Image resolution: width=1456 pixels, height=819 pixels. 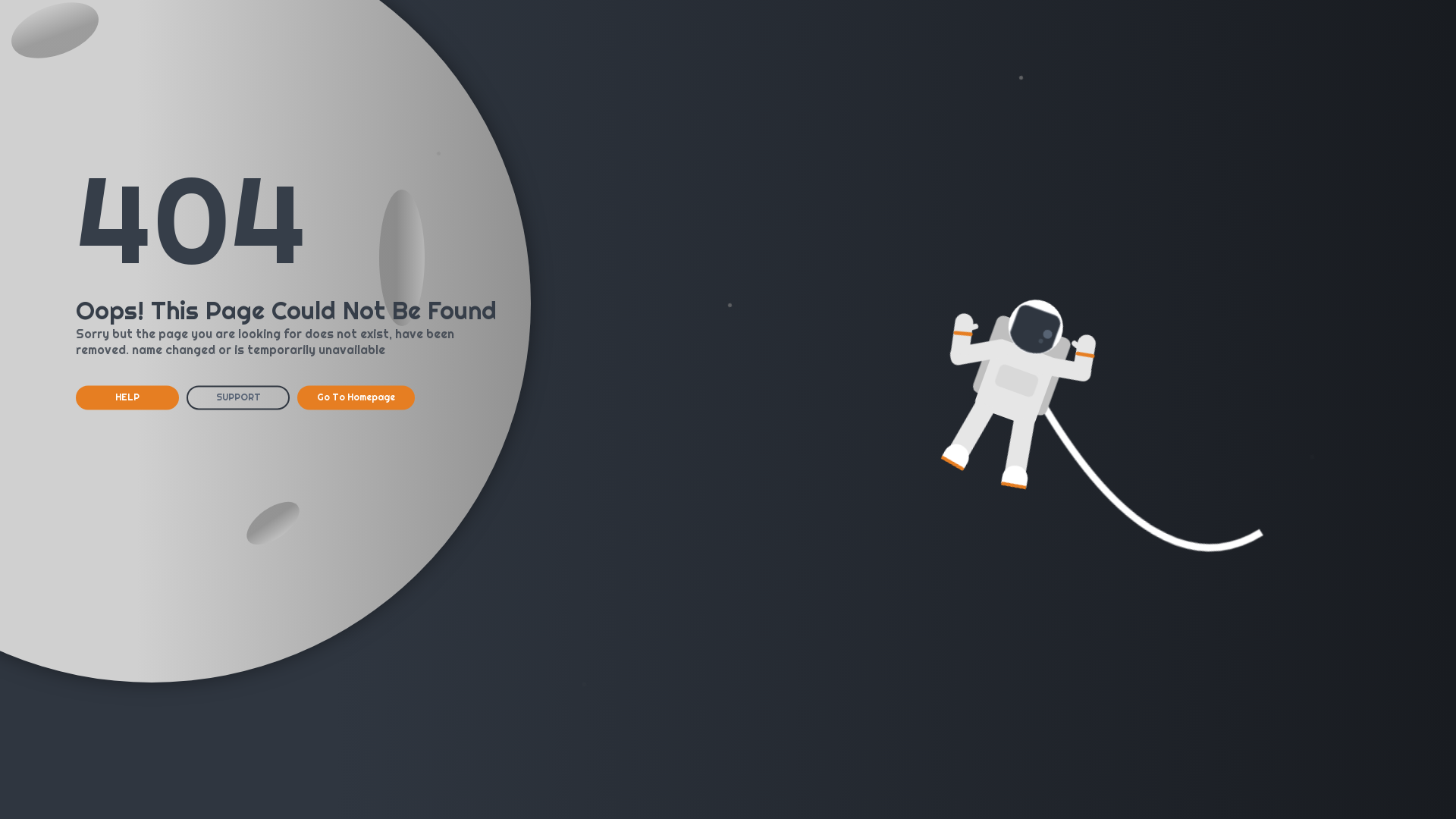 I want to click on 'Go To Homepage', so click(x=297, y=397).